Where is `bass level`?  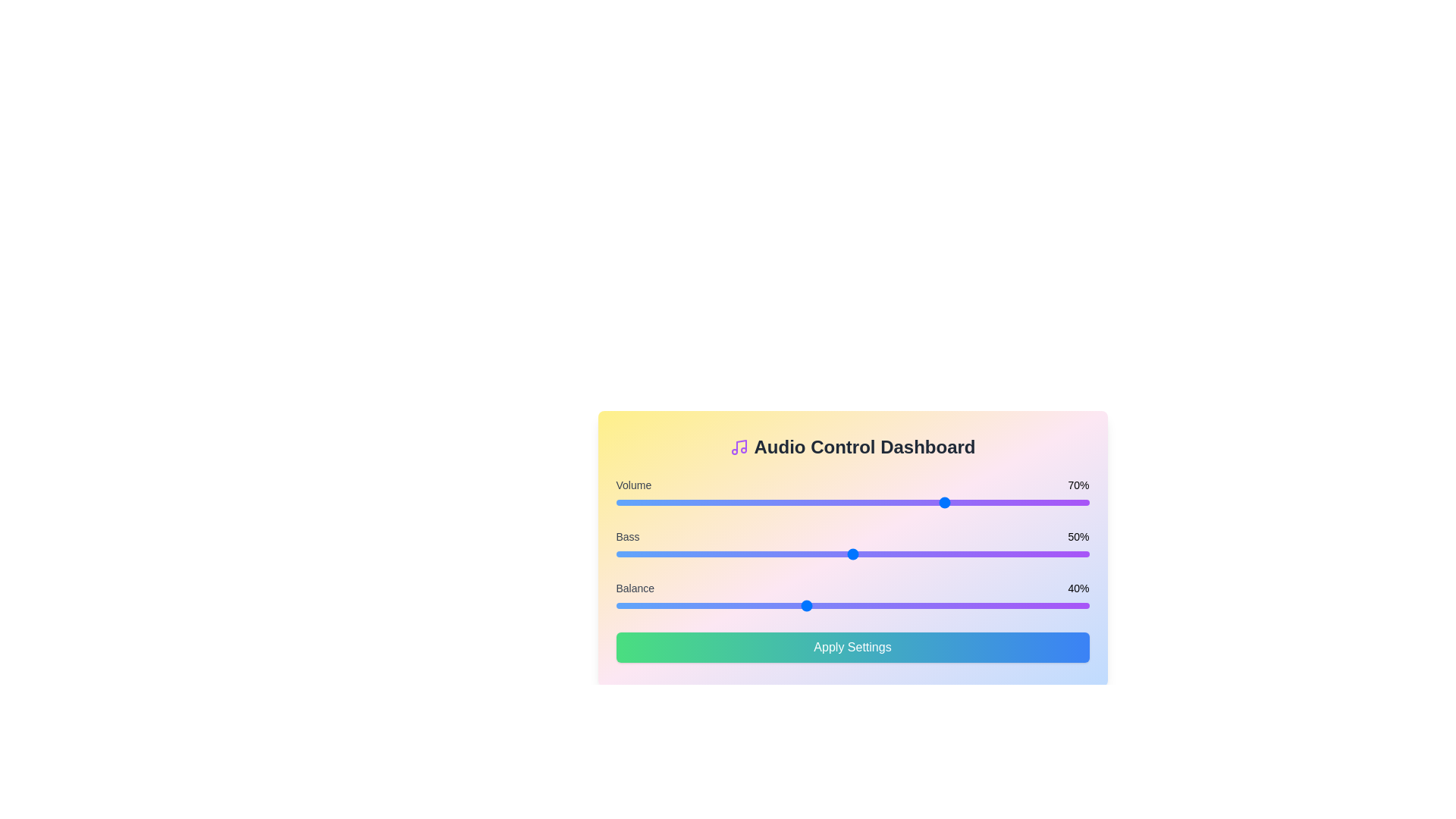
bass level is located at coordinates (710, 554).